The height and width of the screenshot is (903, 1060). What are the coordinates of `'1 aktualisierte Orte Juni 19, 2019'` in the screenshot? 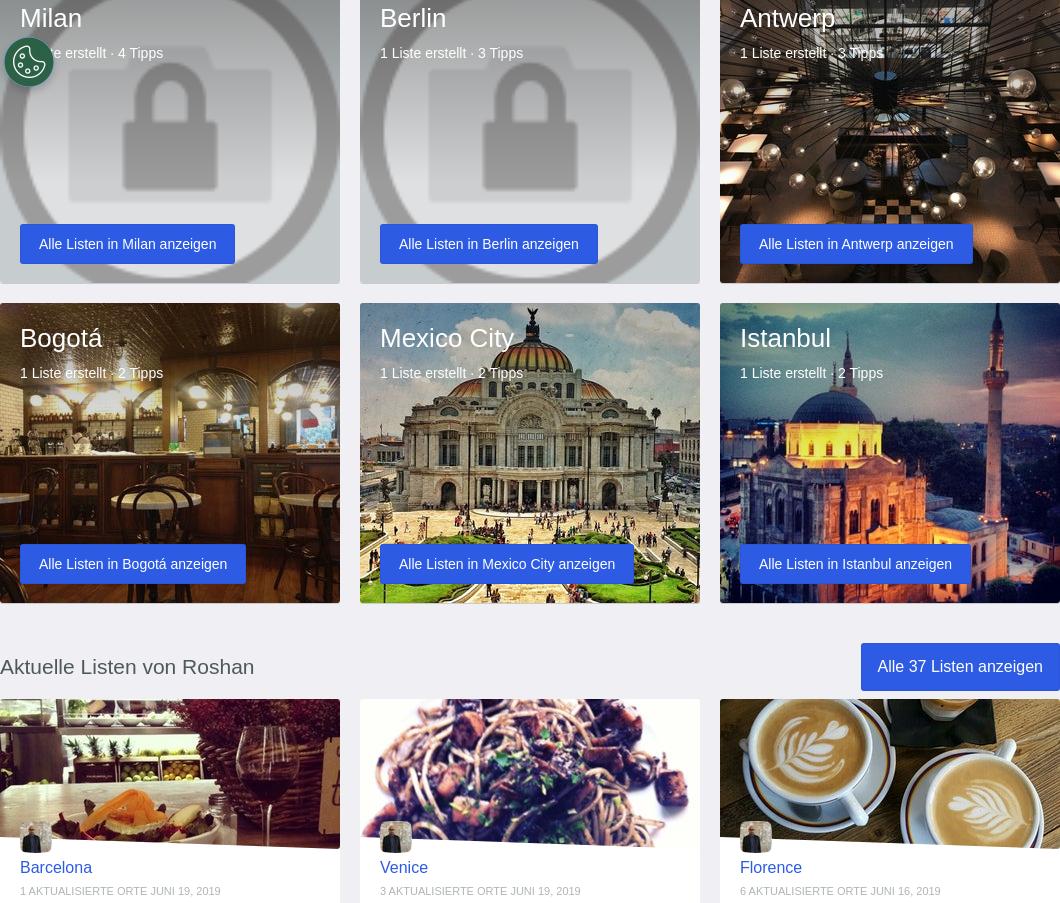 It's located at (119, 889).